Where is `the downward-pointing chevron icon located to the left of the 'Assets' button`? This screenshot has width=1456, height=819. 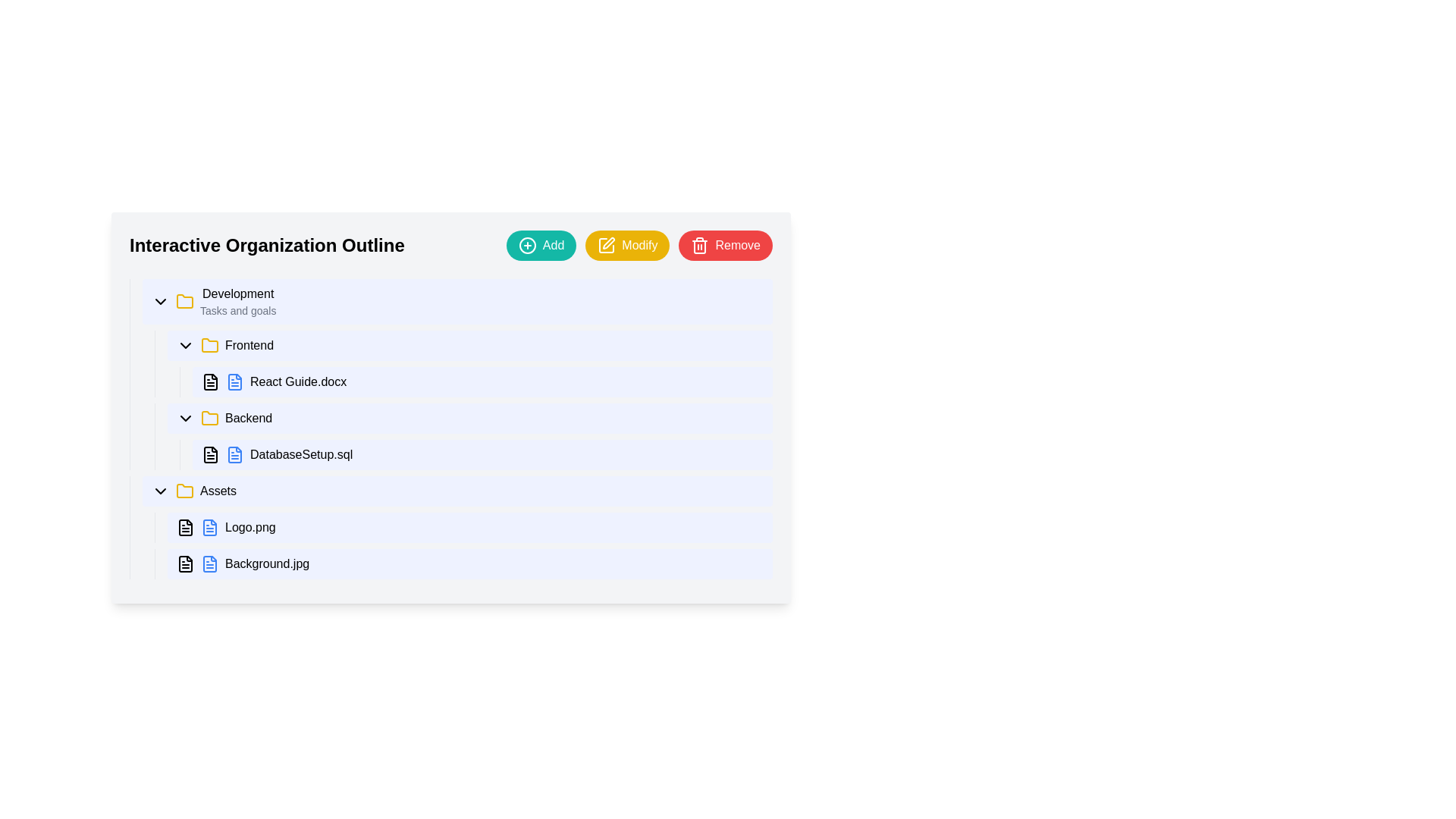 the downward-pointing chevron icon located to the left of the 'Assets' button is located at coordinates (160, 491).